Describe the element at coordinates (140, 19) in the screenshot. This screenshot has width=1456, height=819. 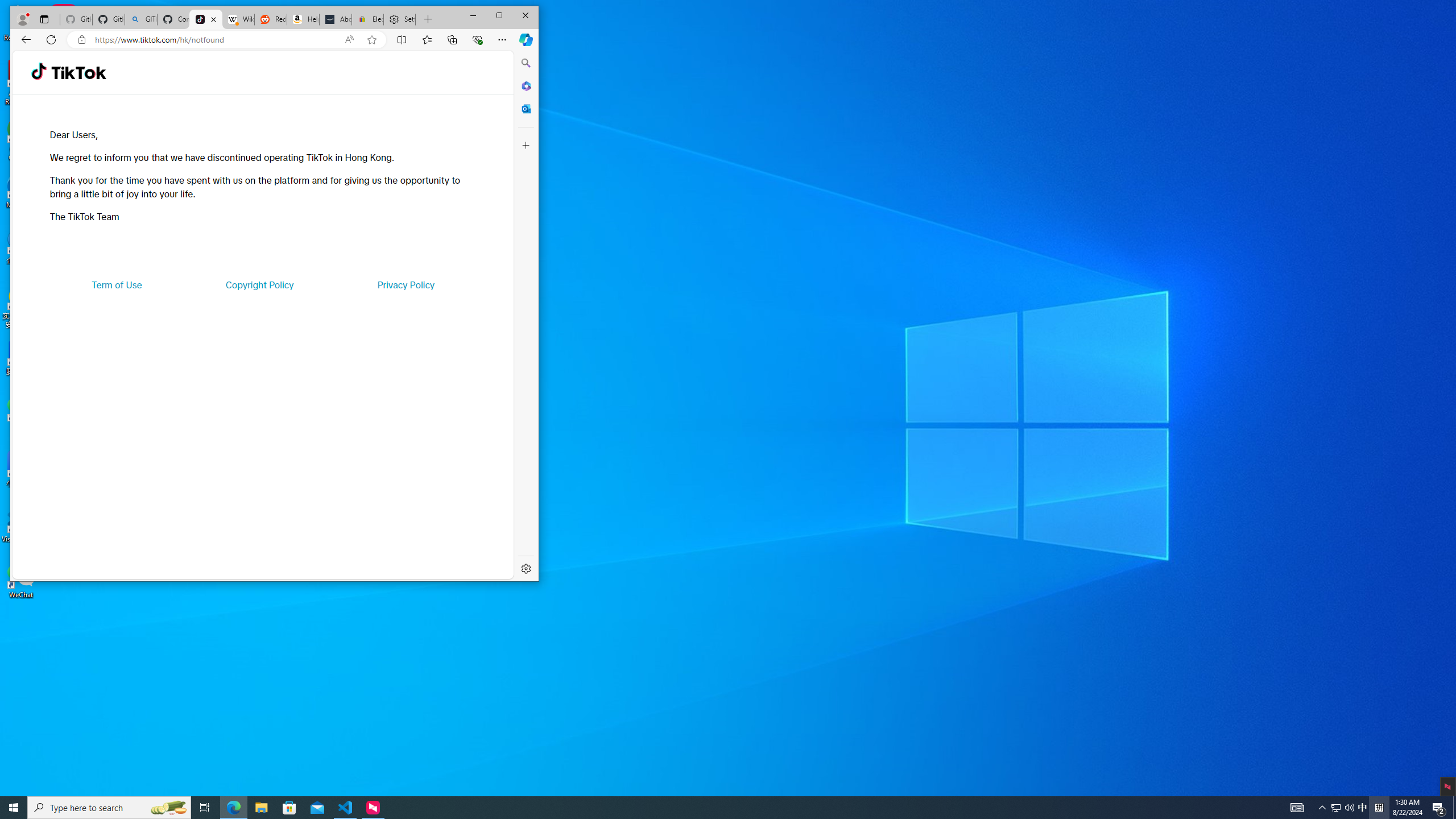
I see `'GITHUB - Search'` at that location.